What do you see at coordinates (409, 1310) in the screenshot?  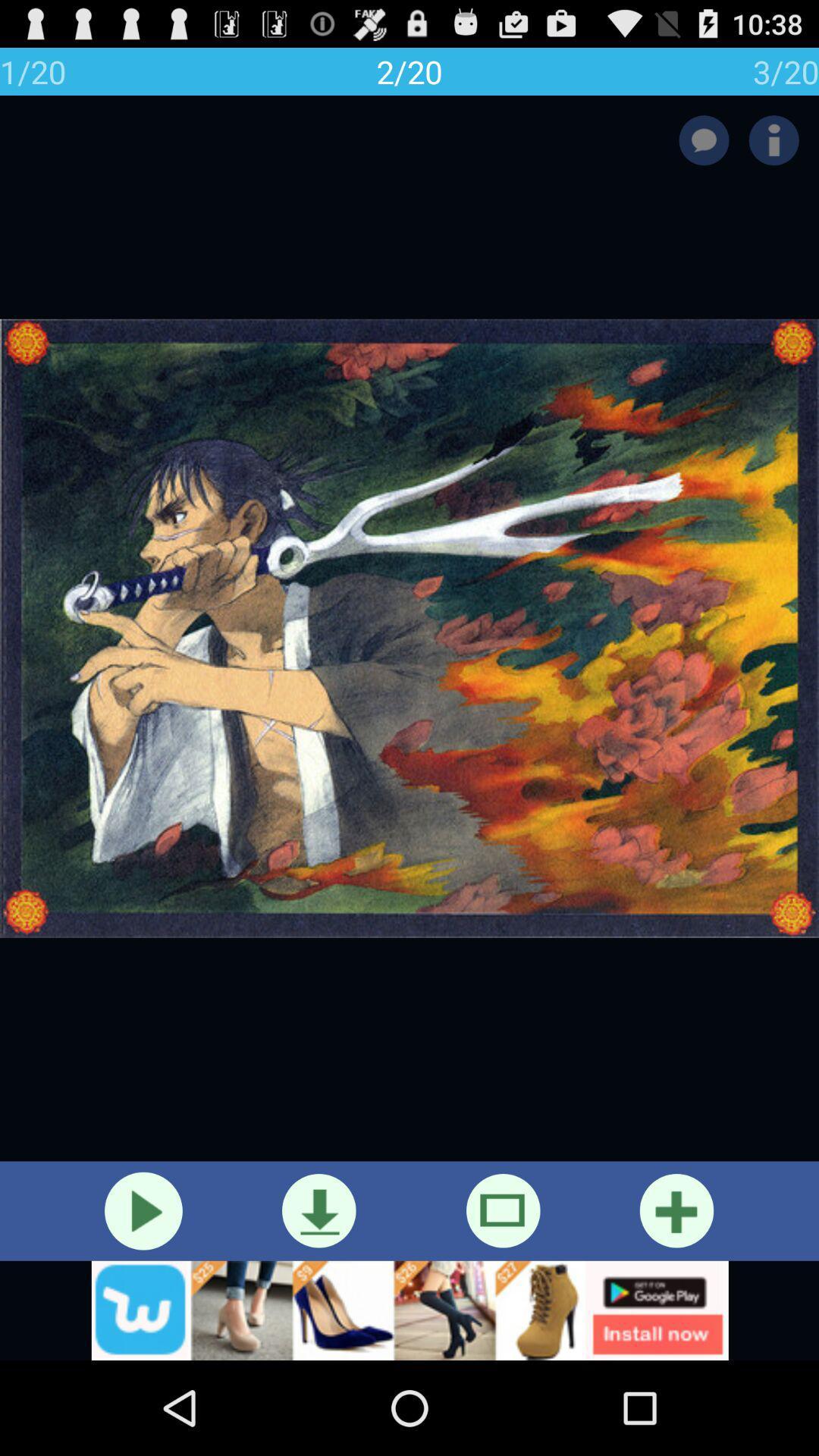 I see `open advertisement` at bounding box center [409, 1310].